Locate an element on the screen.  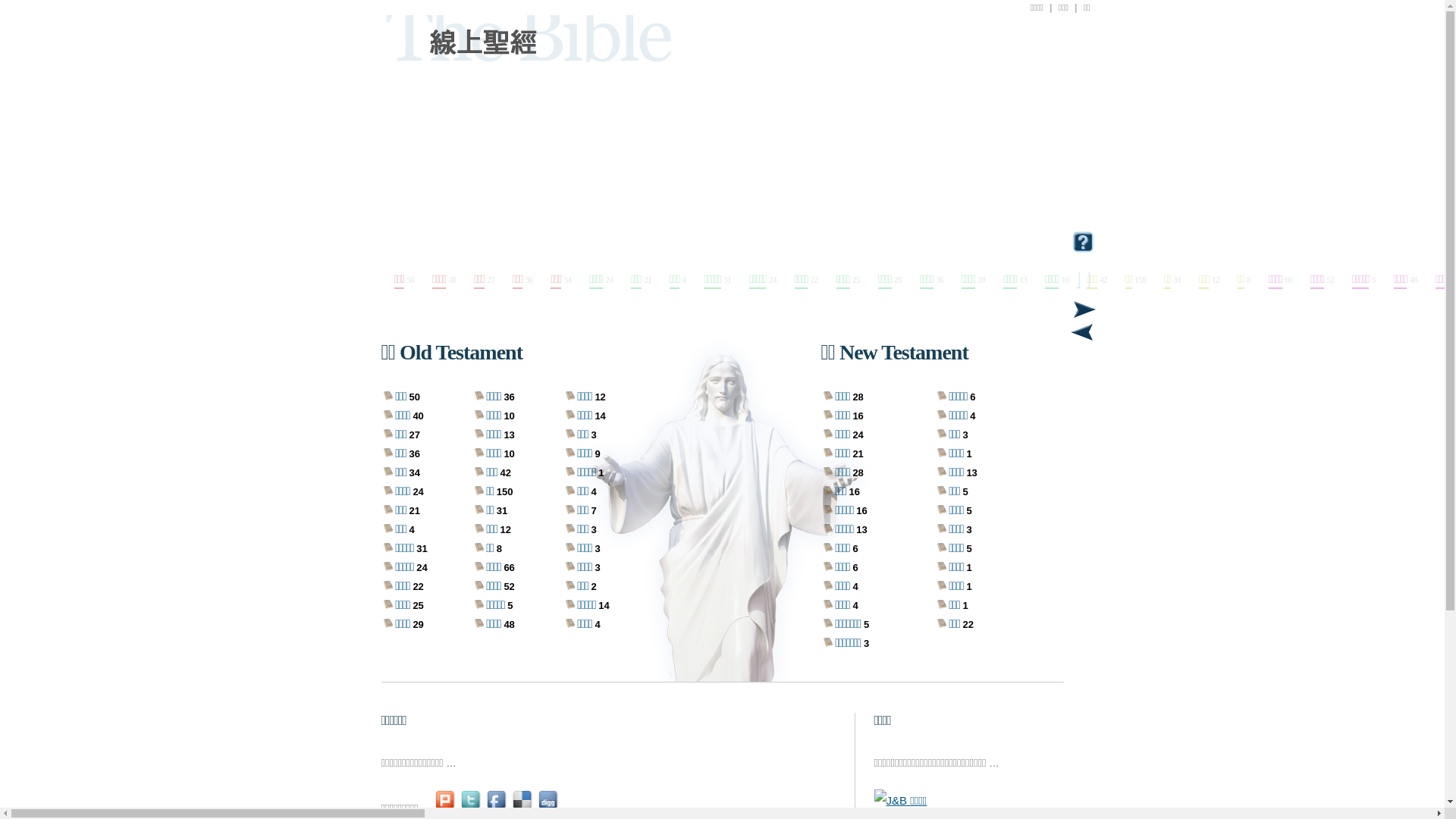
'del.icio.us' is located at coordinates (523, 807).